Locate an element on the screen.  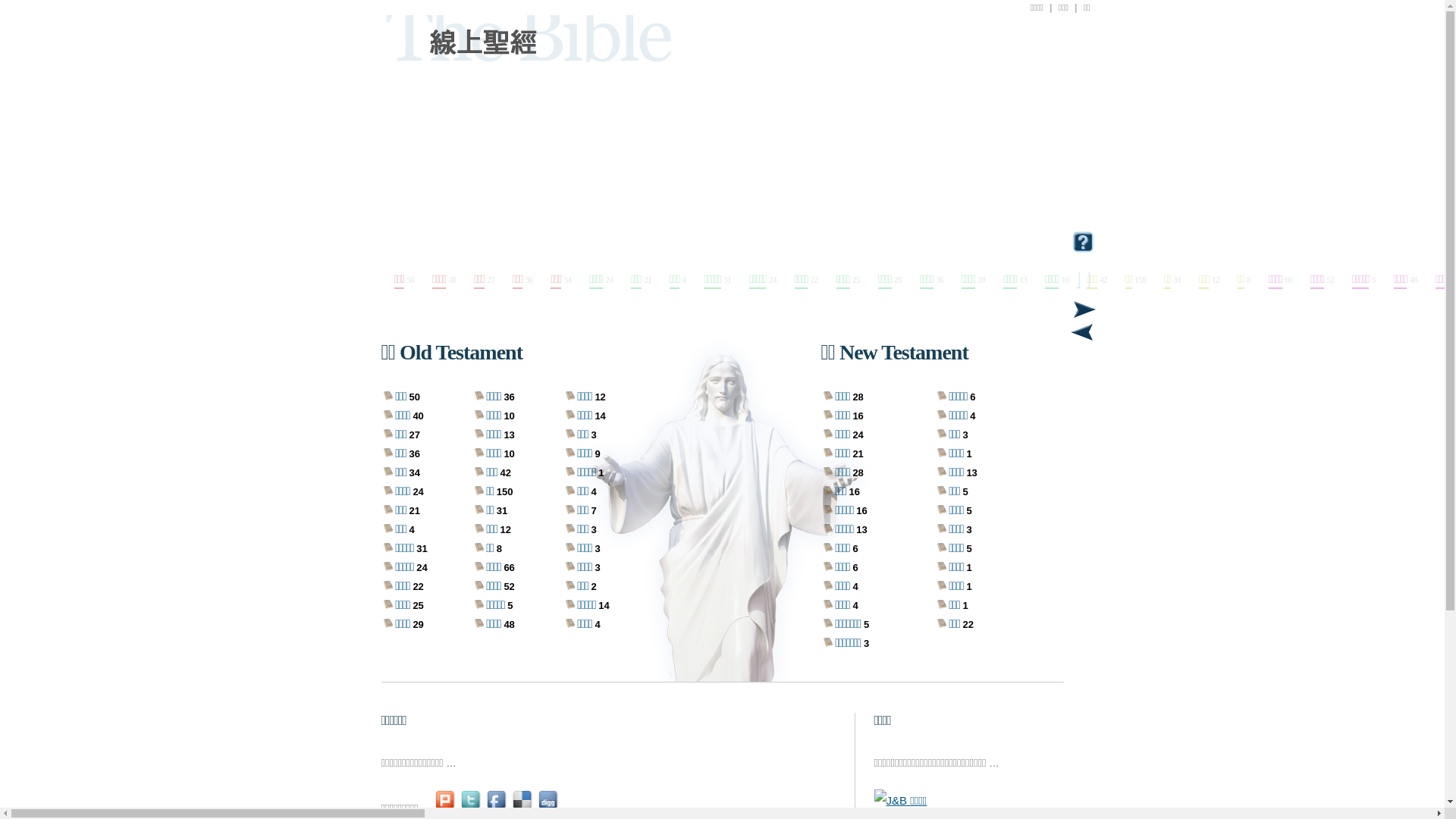
'del.icio.us' is located at coordinates (523, 807).